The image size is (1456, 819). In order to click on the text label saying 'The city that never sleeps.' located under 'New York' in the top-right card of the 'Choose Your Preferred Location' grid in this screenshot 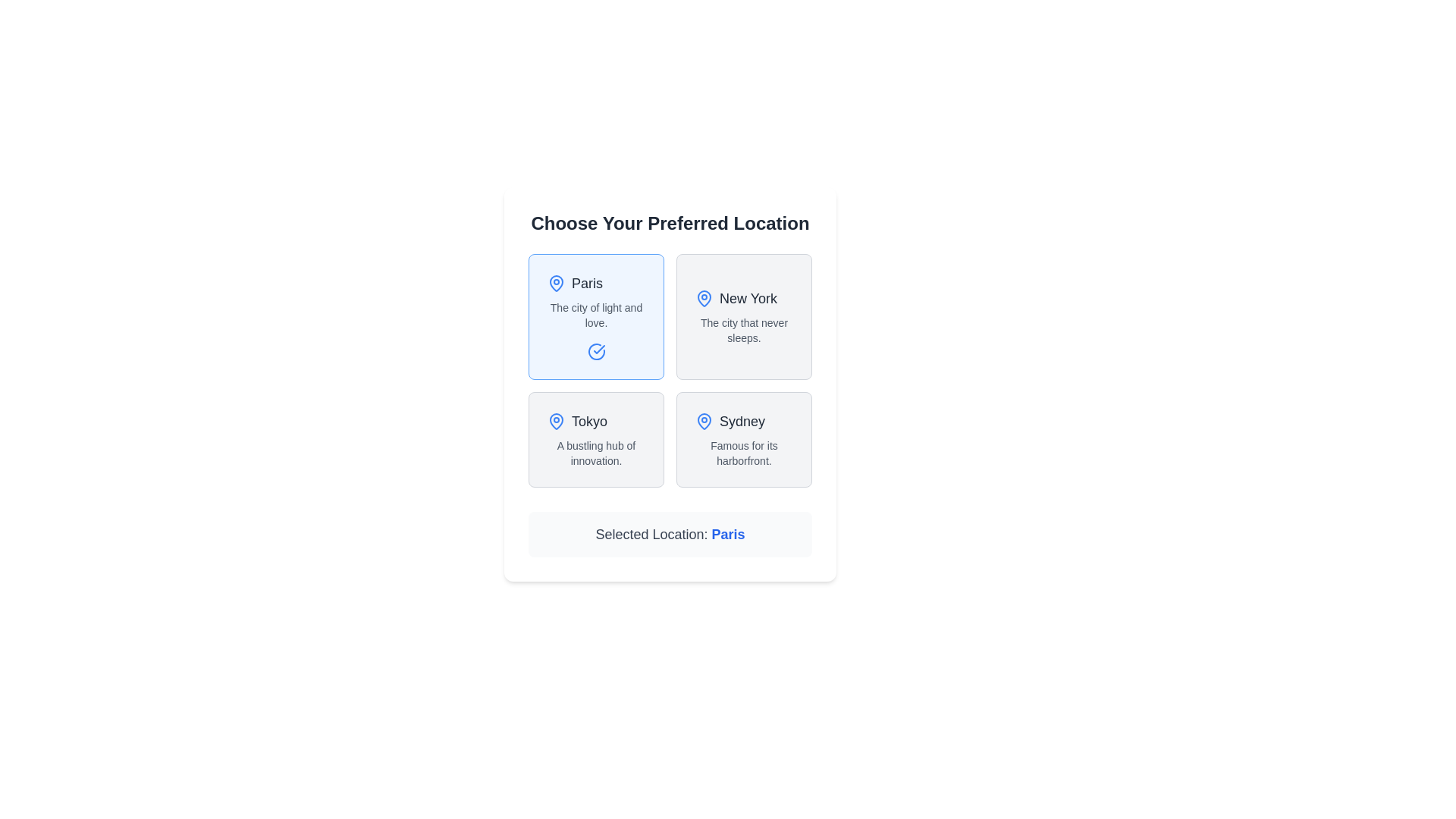, I will do `click(744, 329)`.